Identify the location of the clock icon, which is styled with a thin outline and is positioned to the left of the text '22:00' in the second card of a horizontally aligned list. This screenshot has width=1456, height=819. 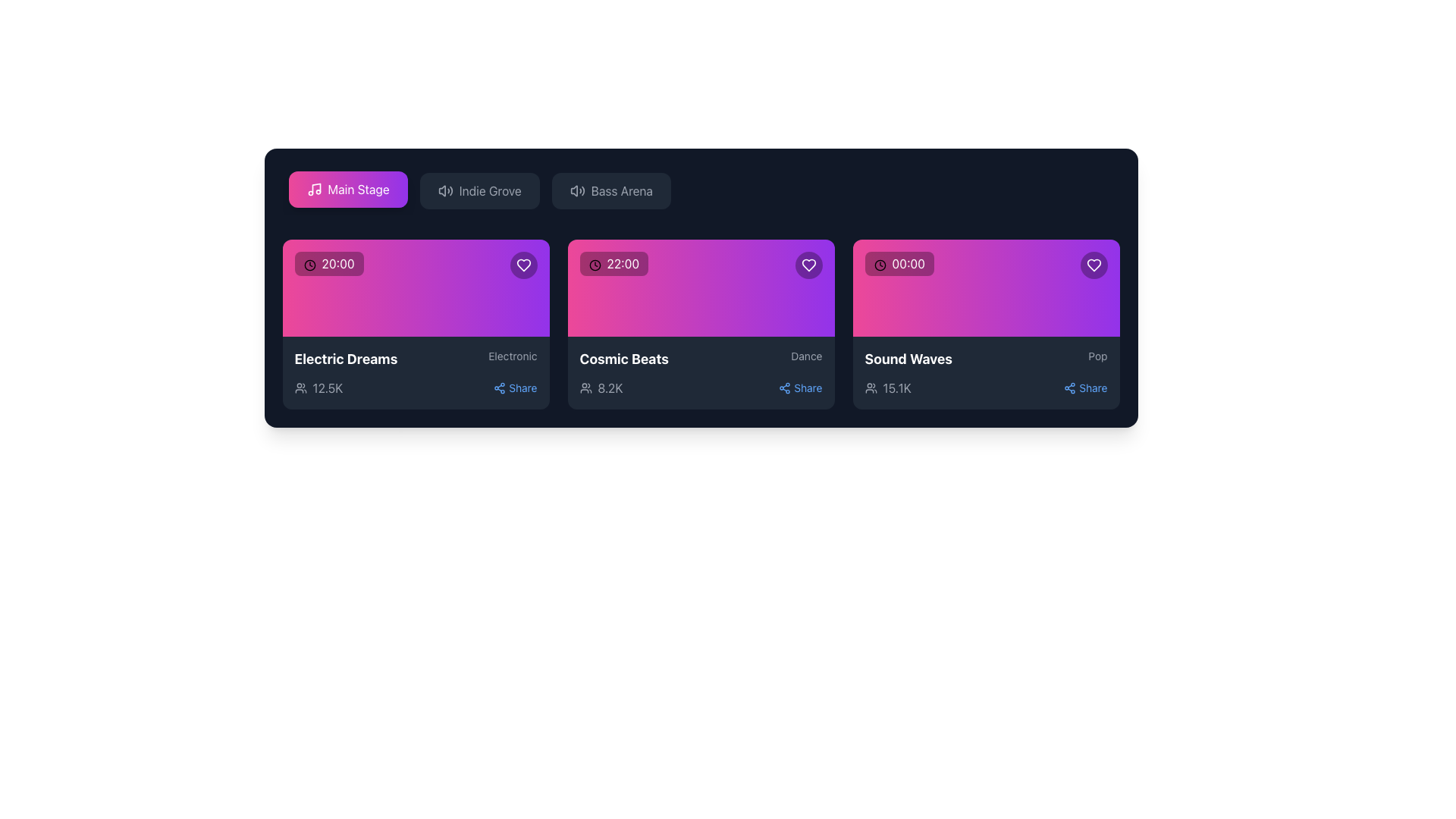
(594, 264).